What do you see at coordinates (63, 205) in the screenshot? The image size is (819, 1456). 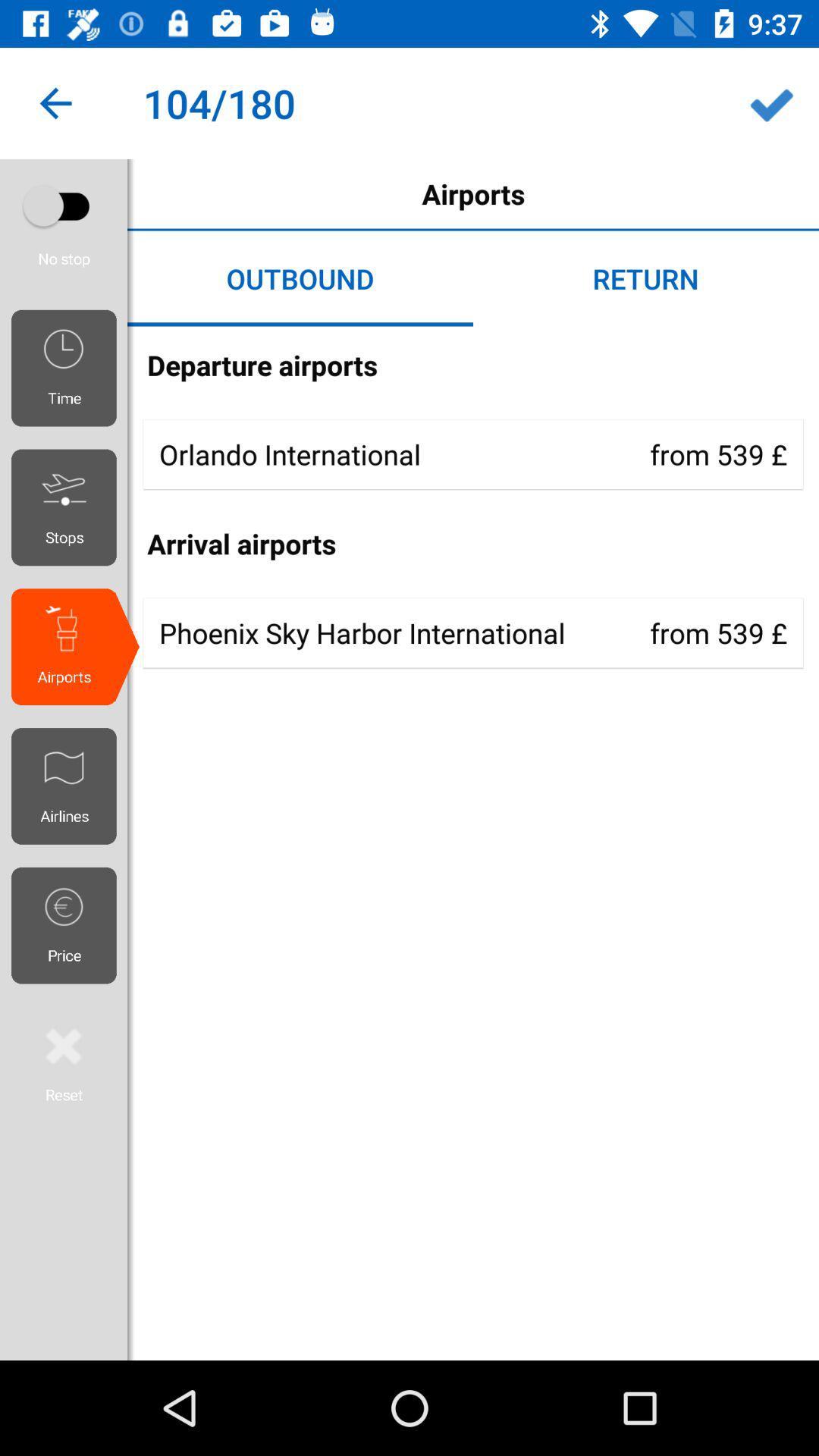 I see `auto play` at bounding box center [63, 205].